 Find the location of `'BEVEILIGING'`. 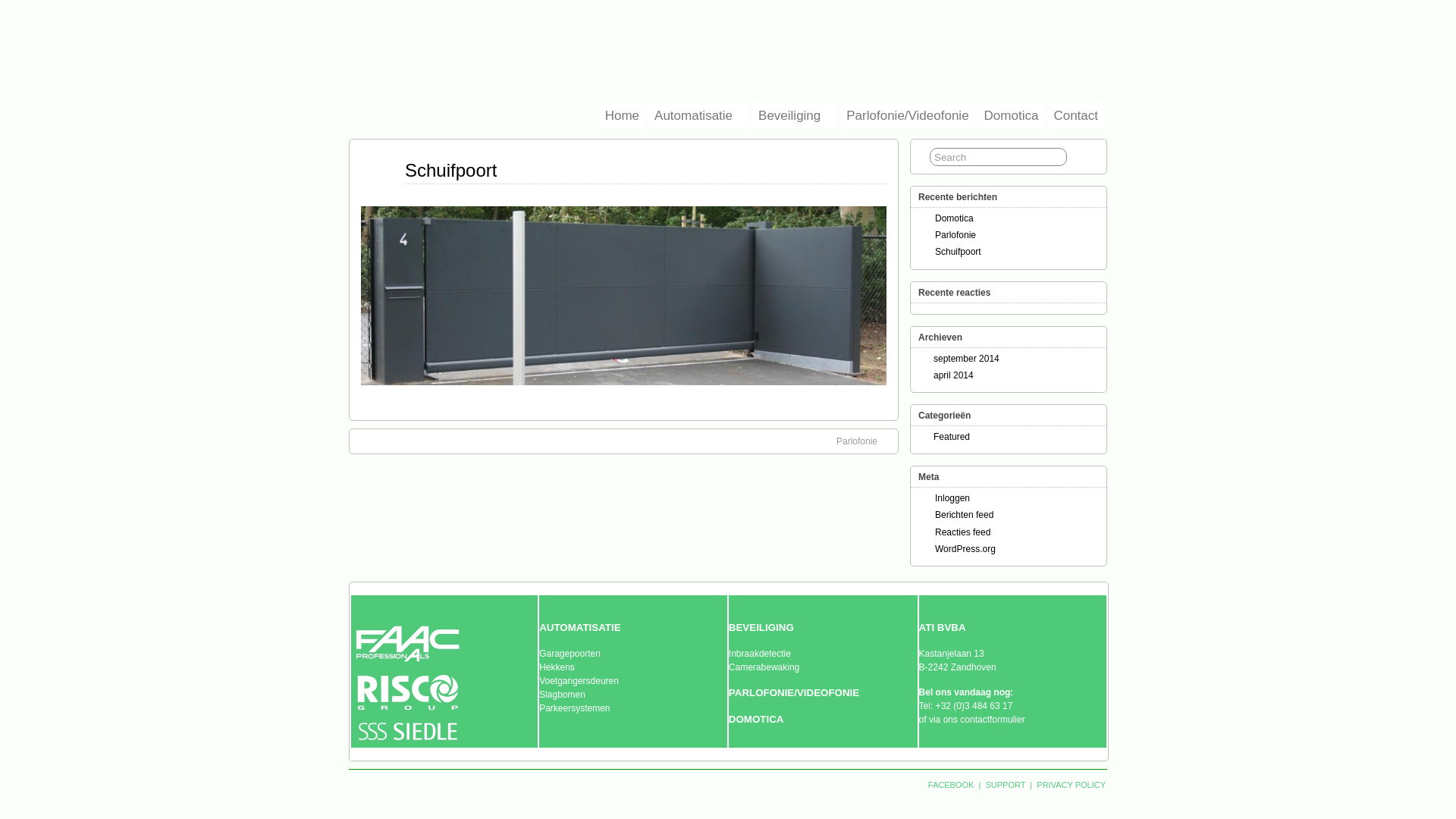

'BEVEILIGING' is located at coordinates (761, 628).